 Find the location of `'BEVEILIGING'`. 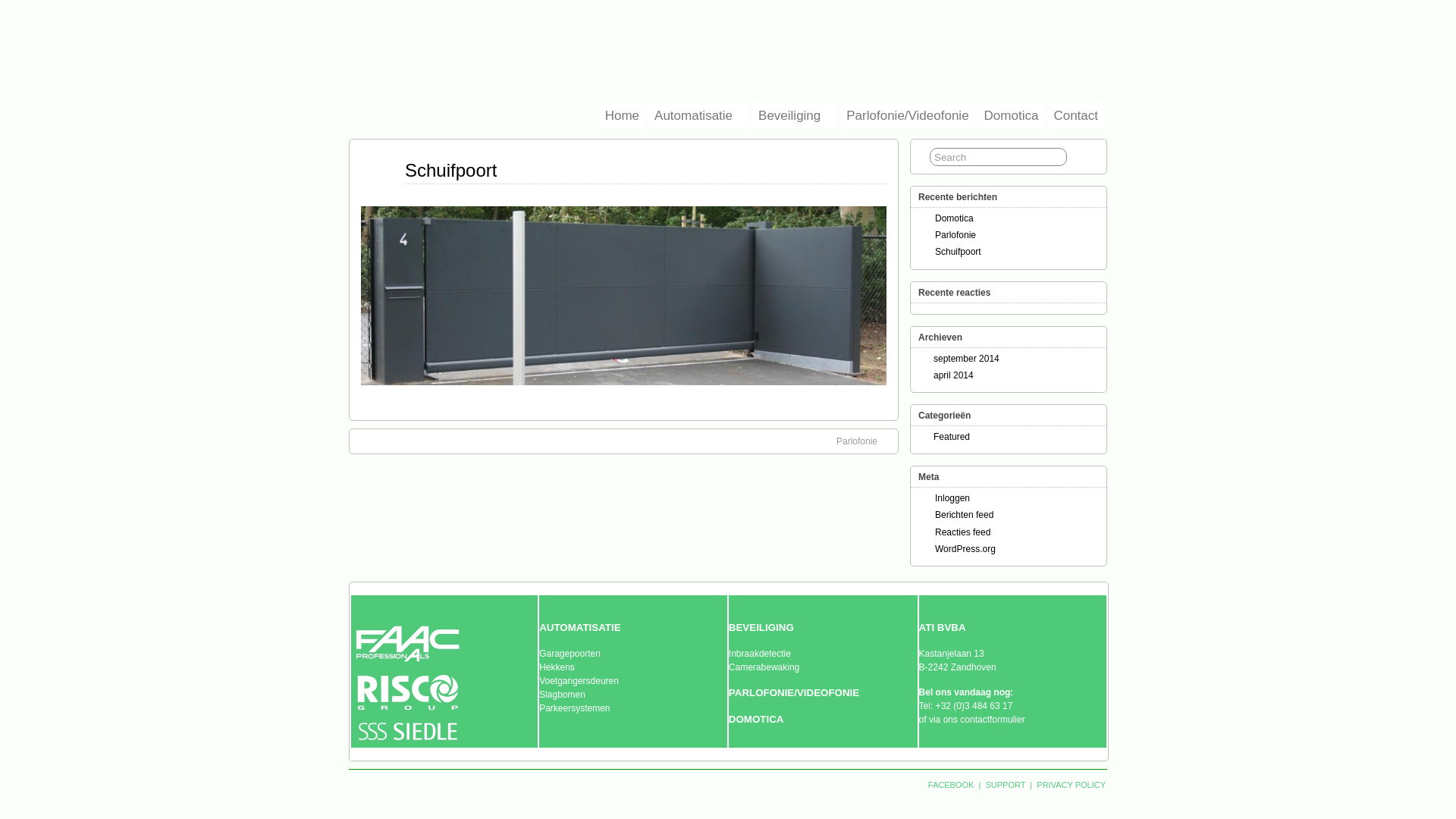

'BEVEILIGING' is located at coordinates (761, 628).